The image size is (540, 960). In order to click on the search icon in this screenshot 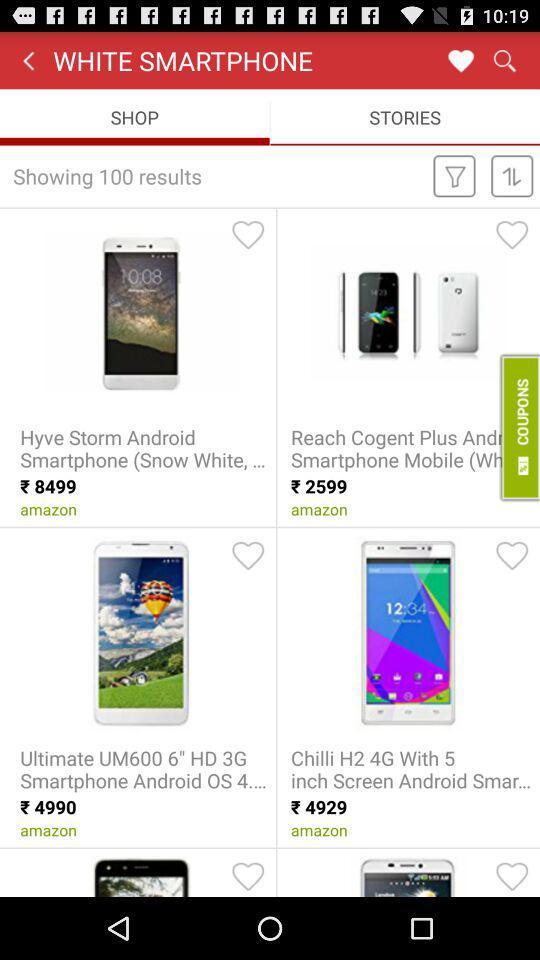, I will do `click(503, 64)`.